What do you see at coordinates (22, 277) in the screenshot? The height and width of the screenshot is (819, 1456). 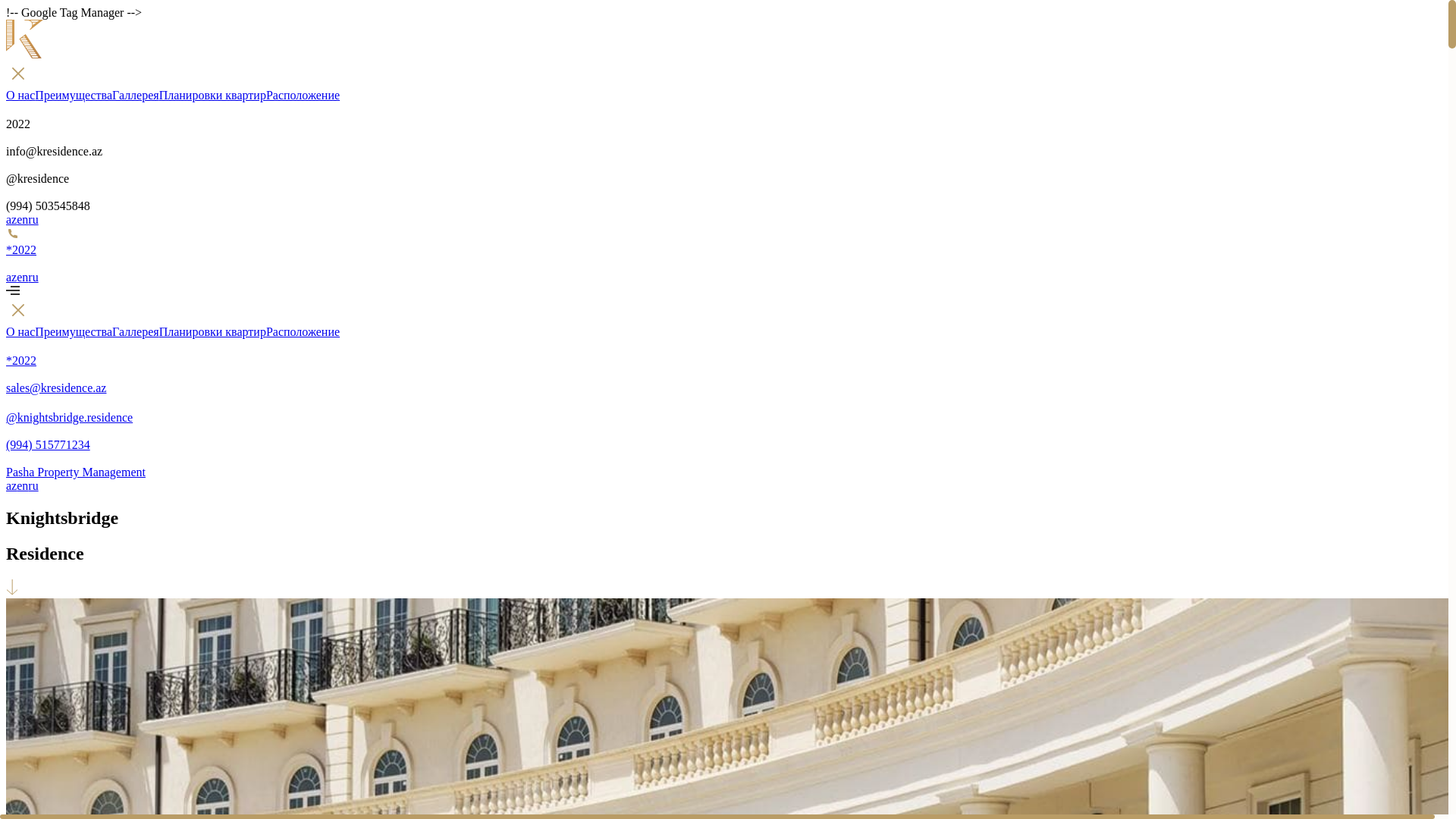 I see `'en'` at bounding box center [22, 277].